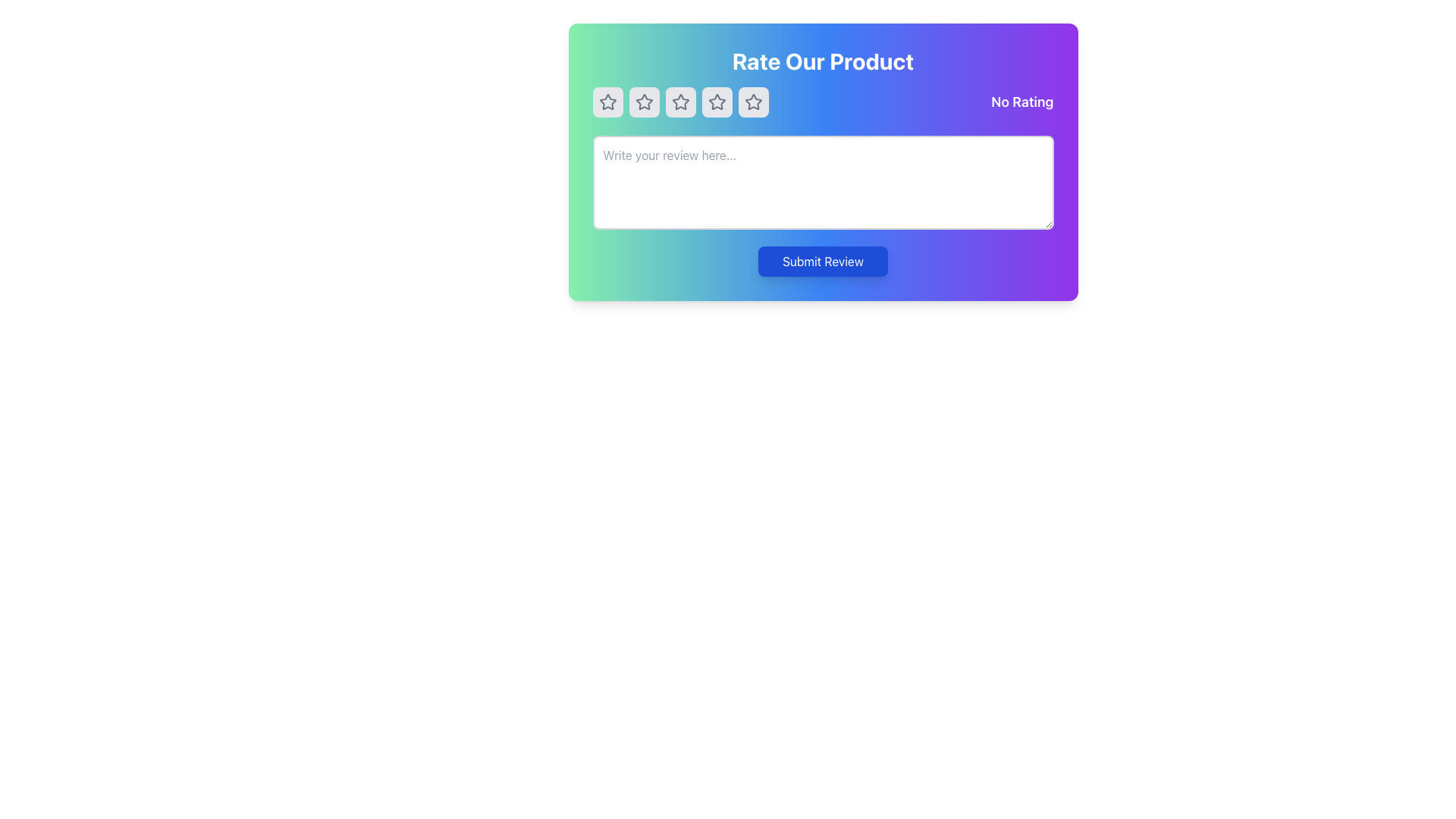  I want to click on the star icon button, so click(716, 102).